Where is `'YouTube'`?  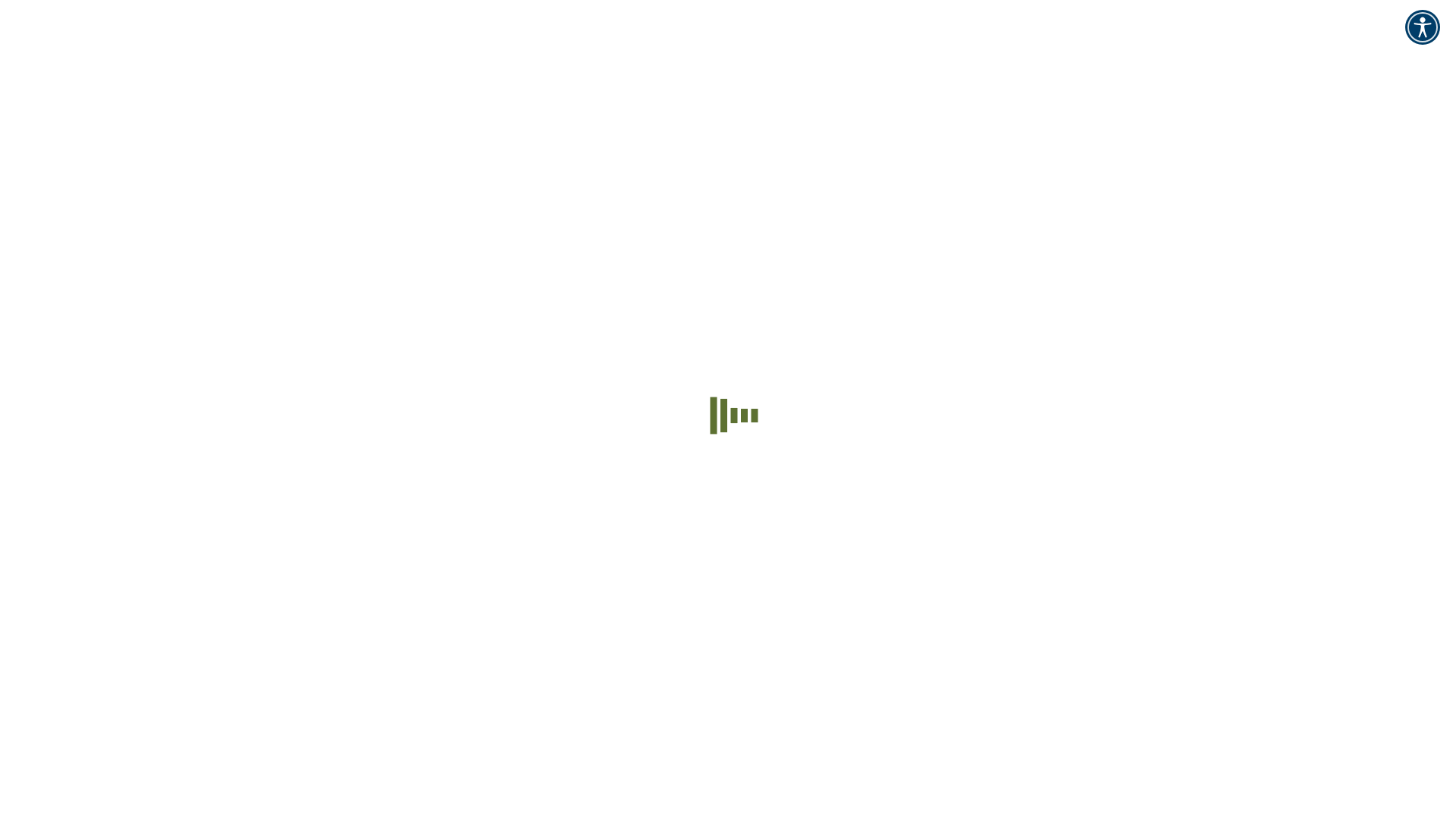 'YouTube' is located at coordinates (82, 559).